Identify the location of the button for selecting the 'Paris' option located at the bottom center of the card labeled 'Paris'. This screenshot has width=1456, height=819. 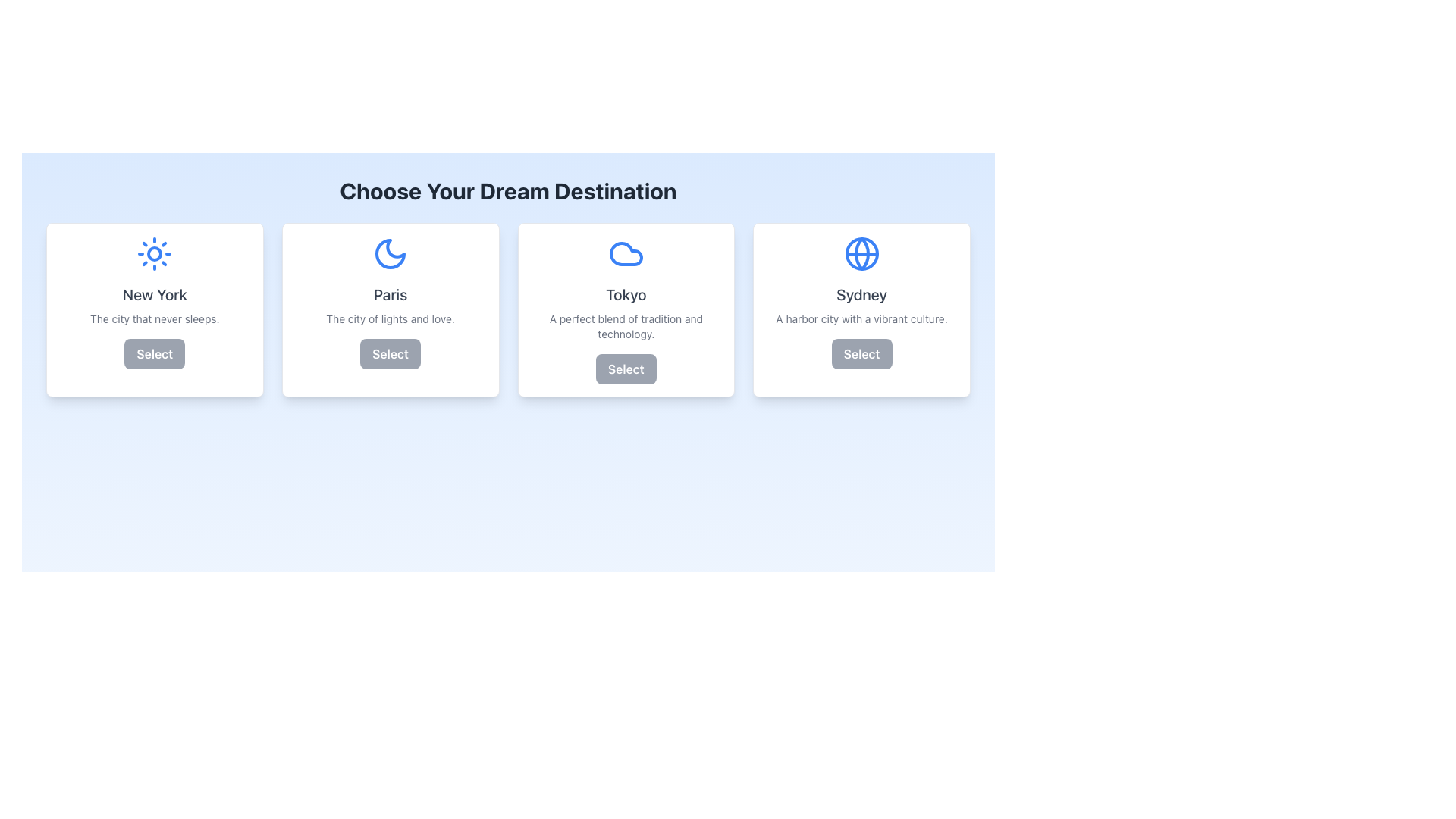
(391, 353).